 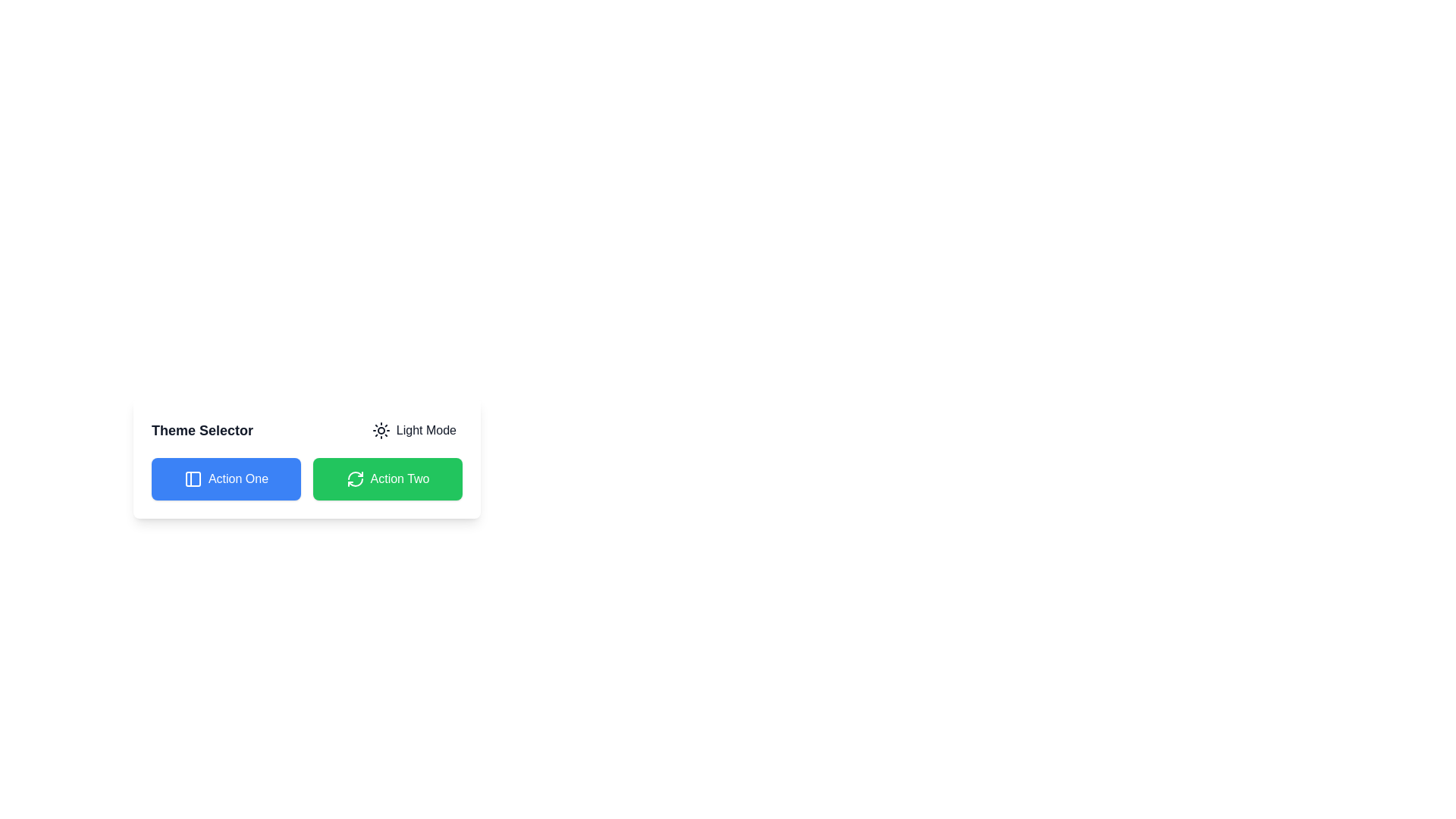 What do you see at coordinates (354, 479) in the screenshot?
I see `the refresh icon located near the center-left of the green 'Action Two' button` at bounding box center [354, 479].